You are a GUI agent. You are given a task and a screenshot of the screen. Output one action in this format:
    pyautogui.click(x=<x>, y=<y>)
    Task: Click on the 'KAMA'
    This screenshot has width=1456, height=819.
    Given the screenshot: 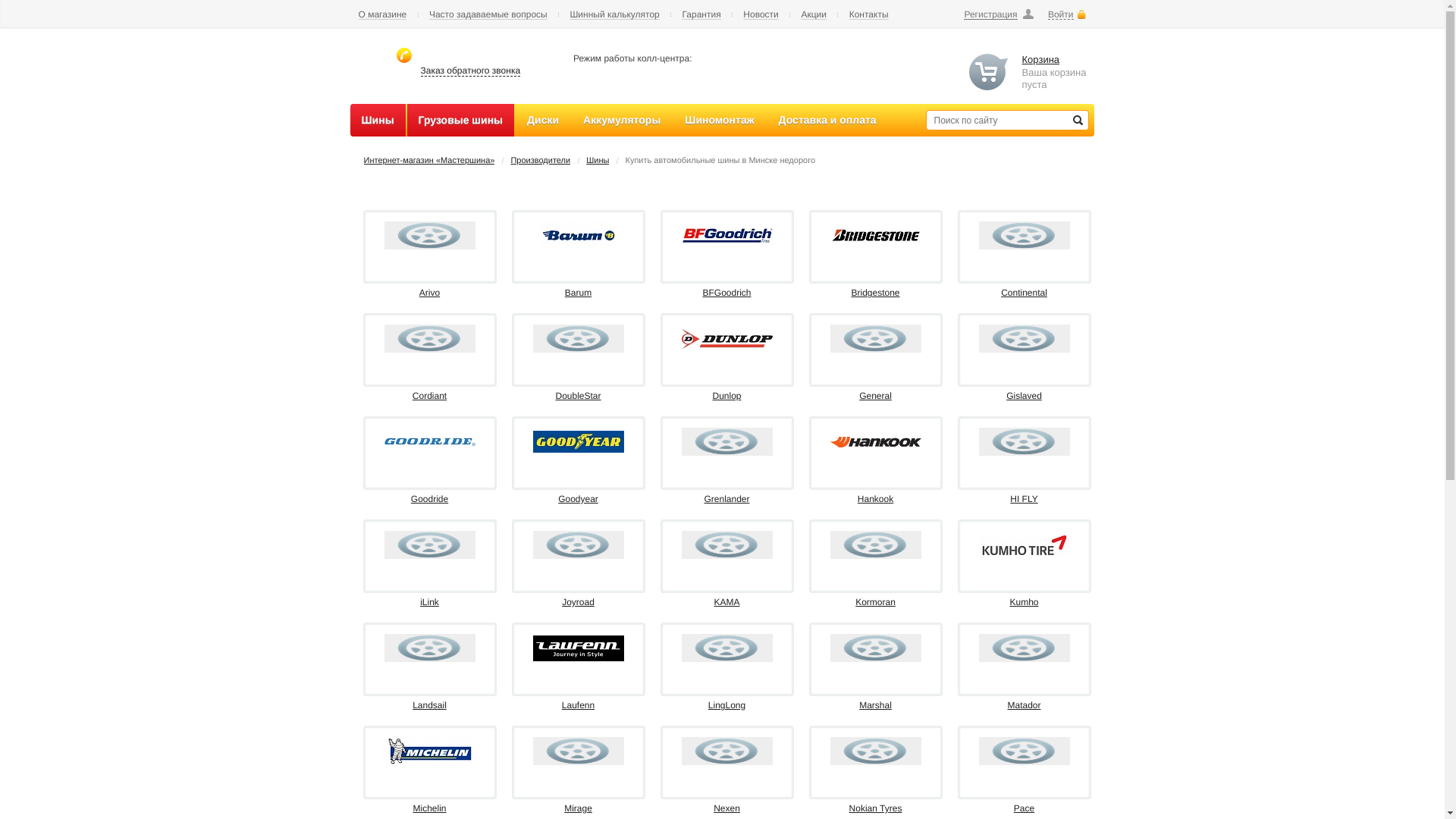 What is the action you would take?
    pyautogui.click(x=726, y=544)
    